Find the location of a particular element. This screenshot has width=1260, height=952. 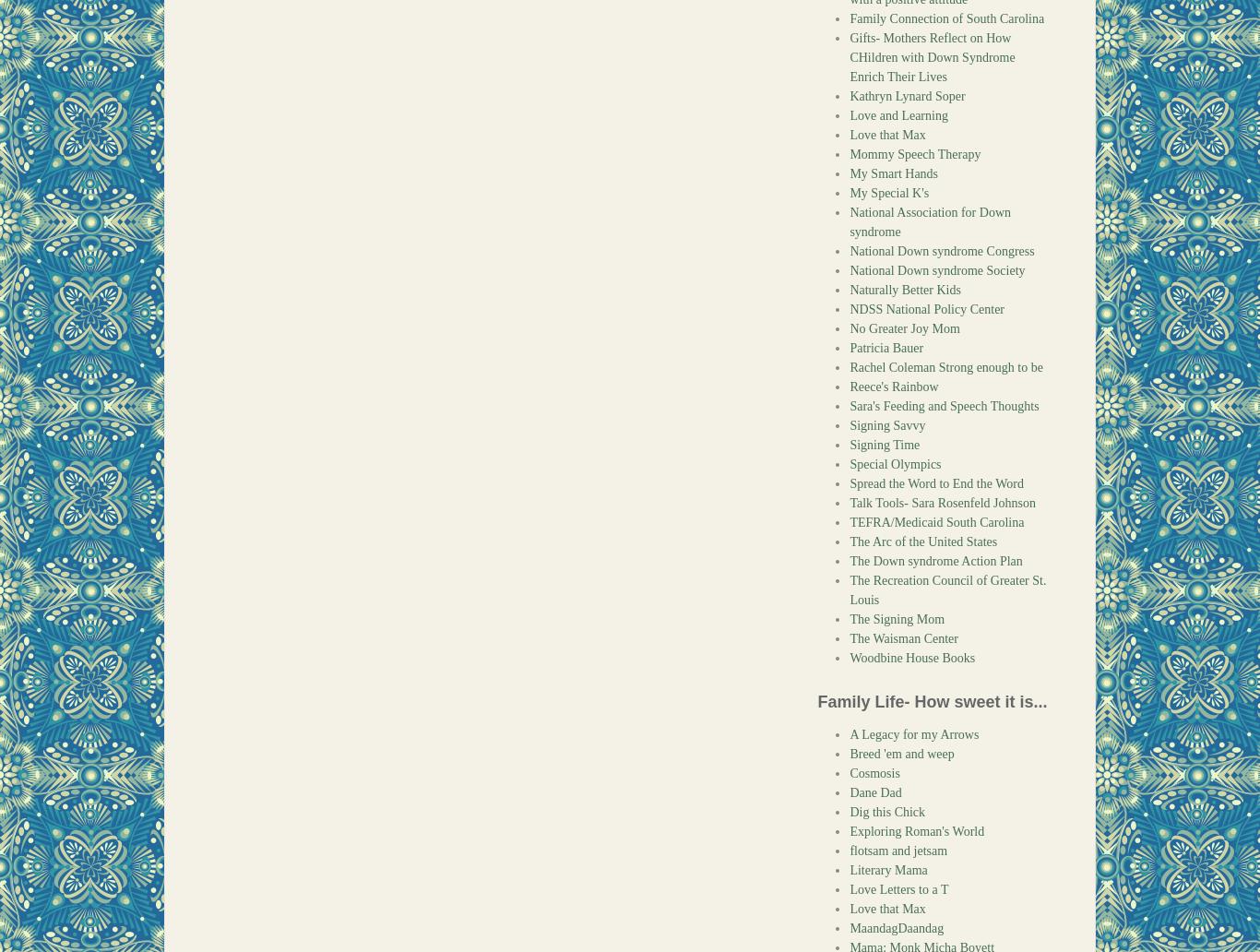

'Mommy Speech Therapy' is located at coordinates (914, 153).